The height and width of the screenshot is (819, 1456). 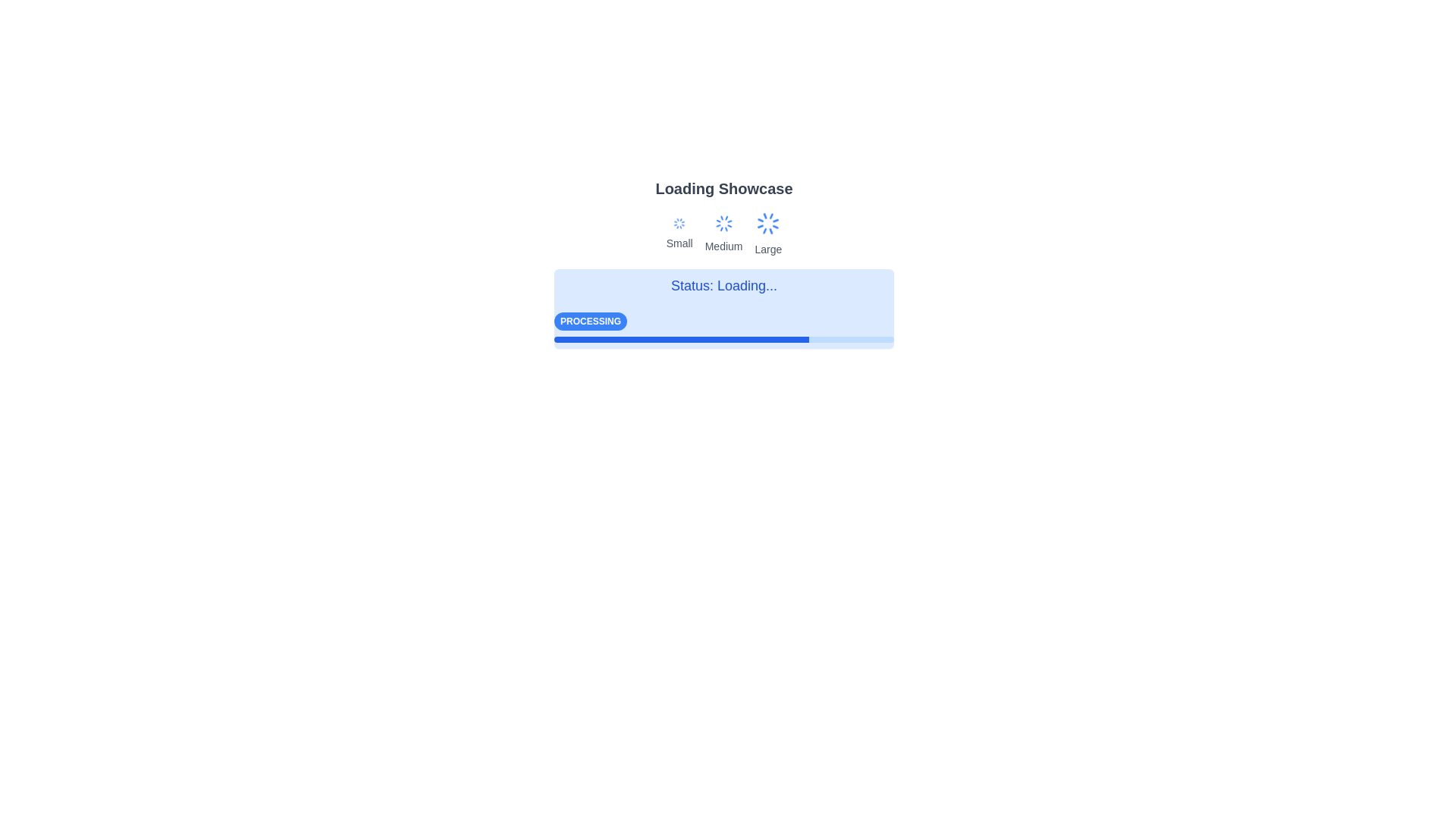 I want to click on the spinning animation of the Loader or Spinner Icon, which is the third icon in the group labeled 'Small', 'Medium', and 'Large', located above the 'Large' label, so click(x=768, y=223).